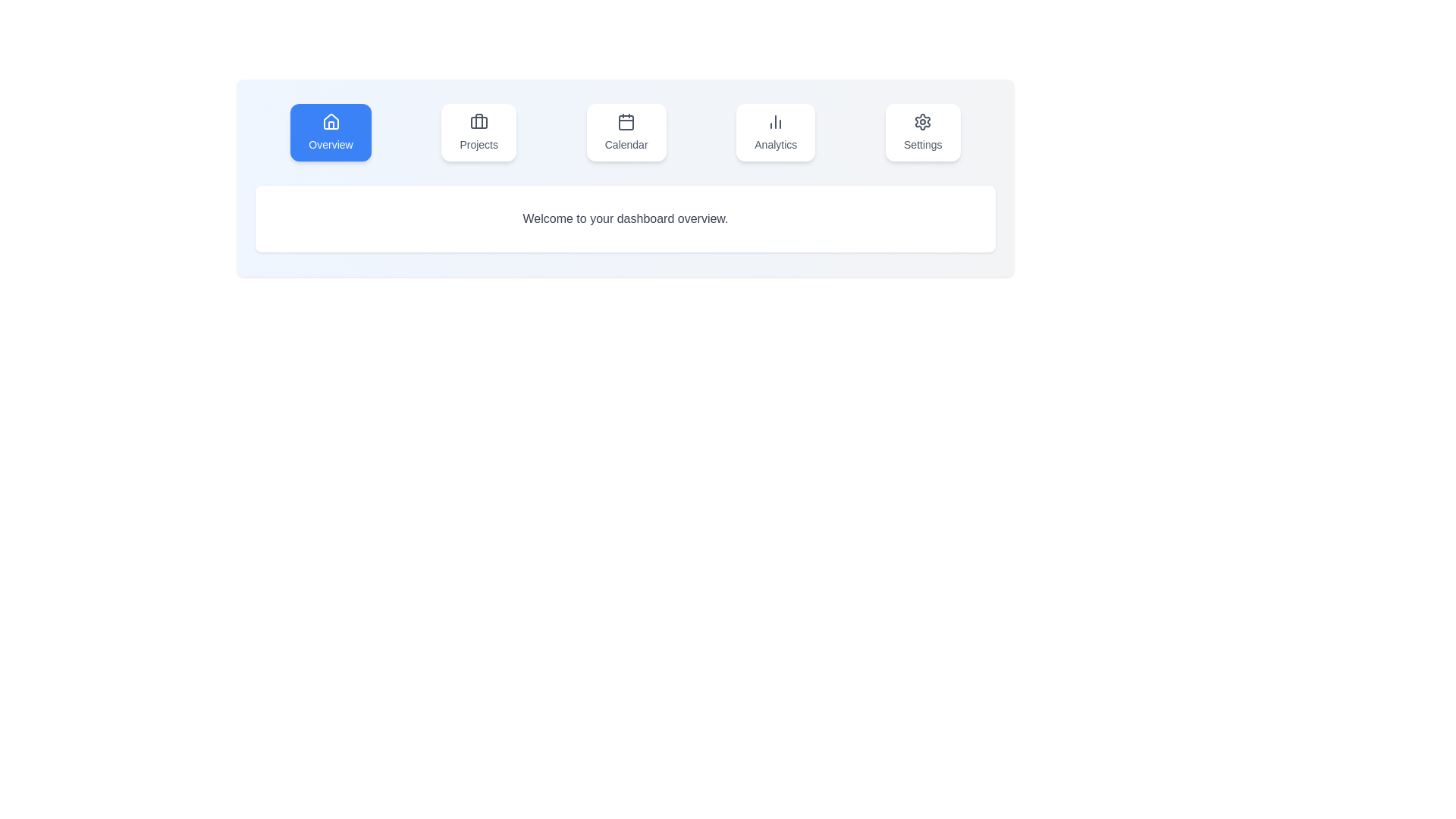  What do you see at coordinates (478, 120) in the screenshot?
I see `the 'Projects' button, which contains a vertical line segment styled as a thin stroke forming part of a suitcase icon` at bounding box center [478, 120].